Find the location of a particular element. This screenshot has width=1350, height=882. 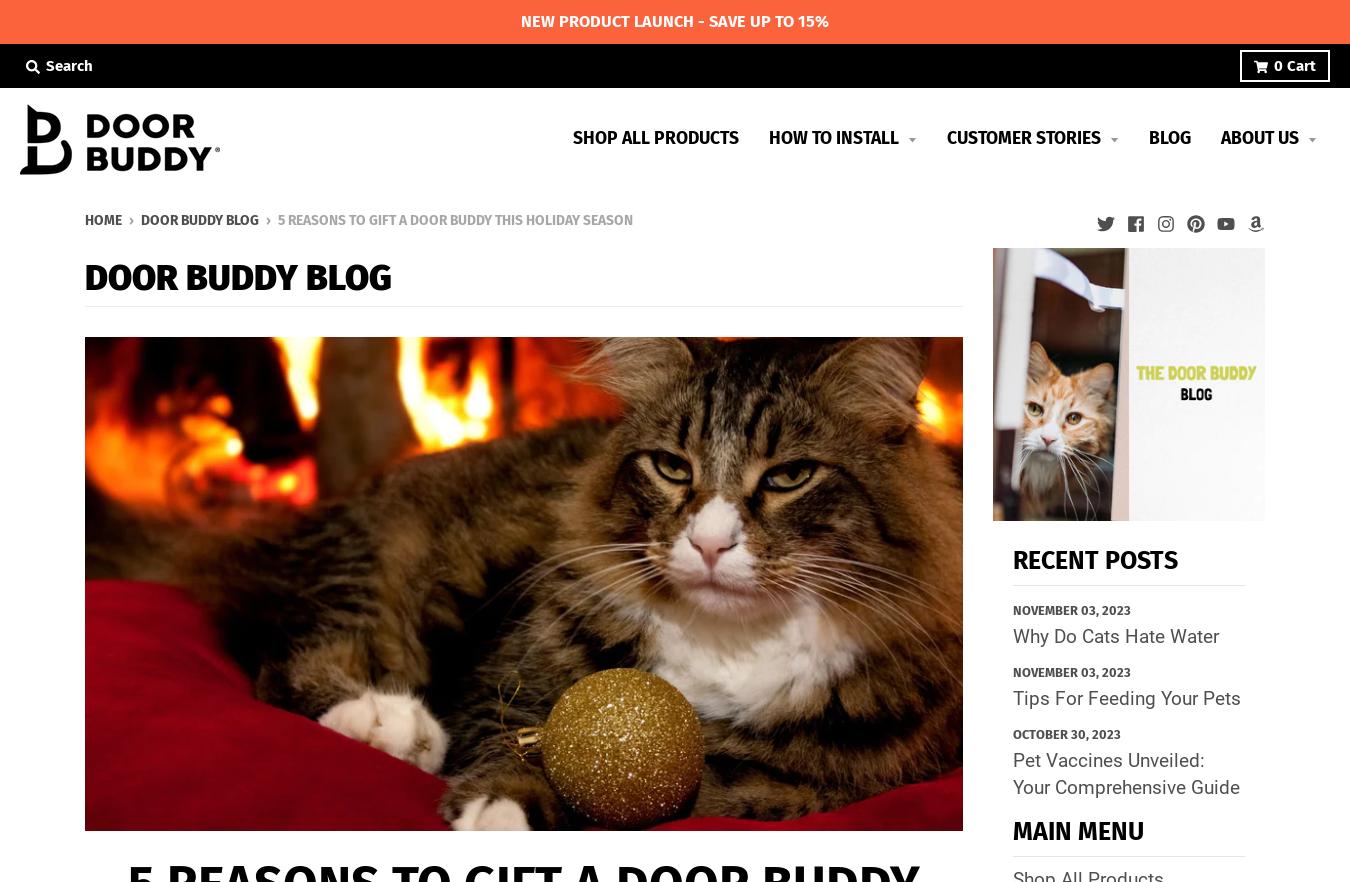

'Shop All Products' is located at coordinates (655, 138).